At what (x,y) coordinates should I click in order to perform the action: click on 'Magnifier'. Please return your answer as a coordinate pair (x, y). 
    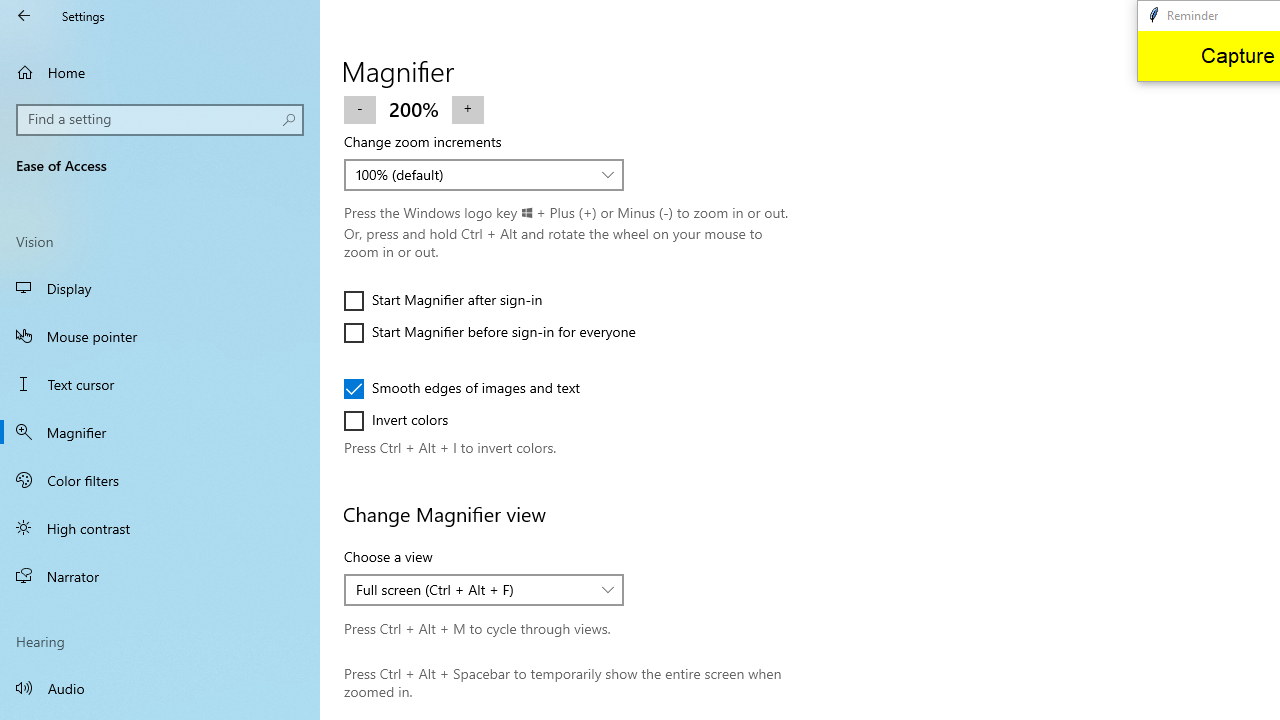
    Looking at the image, I should click on (160, 431).